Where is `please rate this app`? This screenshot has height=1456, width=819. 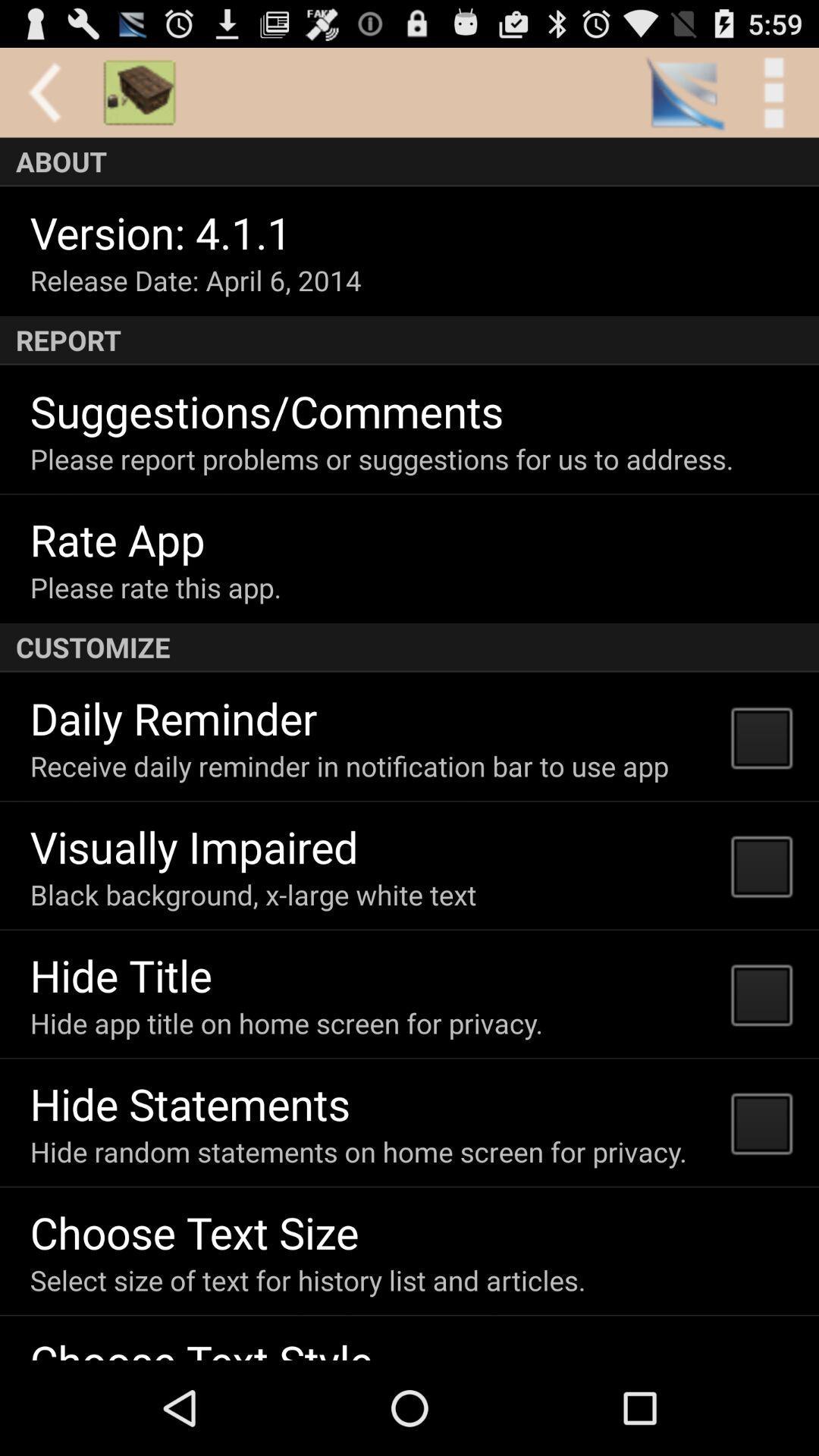
please rate this app is located at coordinates (155, 586).